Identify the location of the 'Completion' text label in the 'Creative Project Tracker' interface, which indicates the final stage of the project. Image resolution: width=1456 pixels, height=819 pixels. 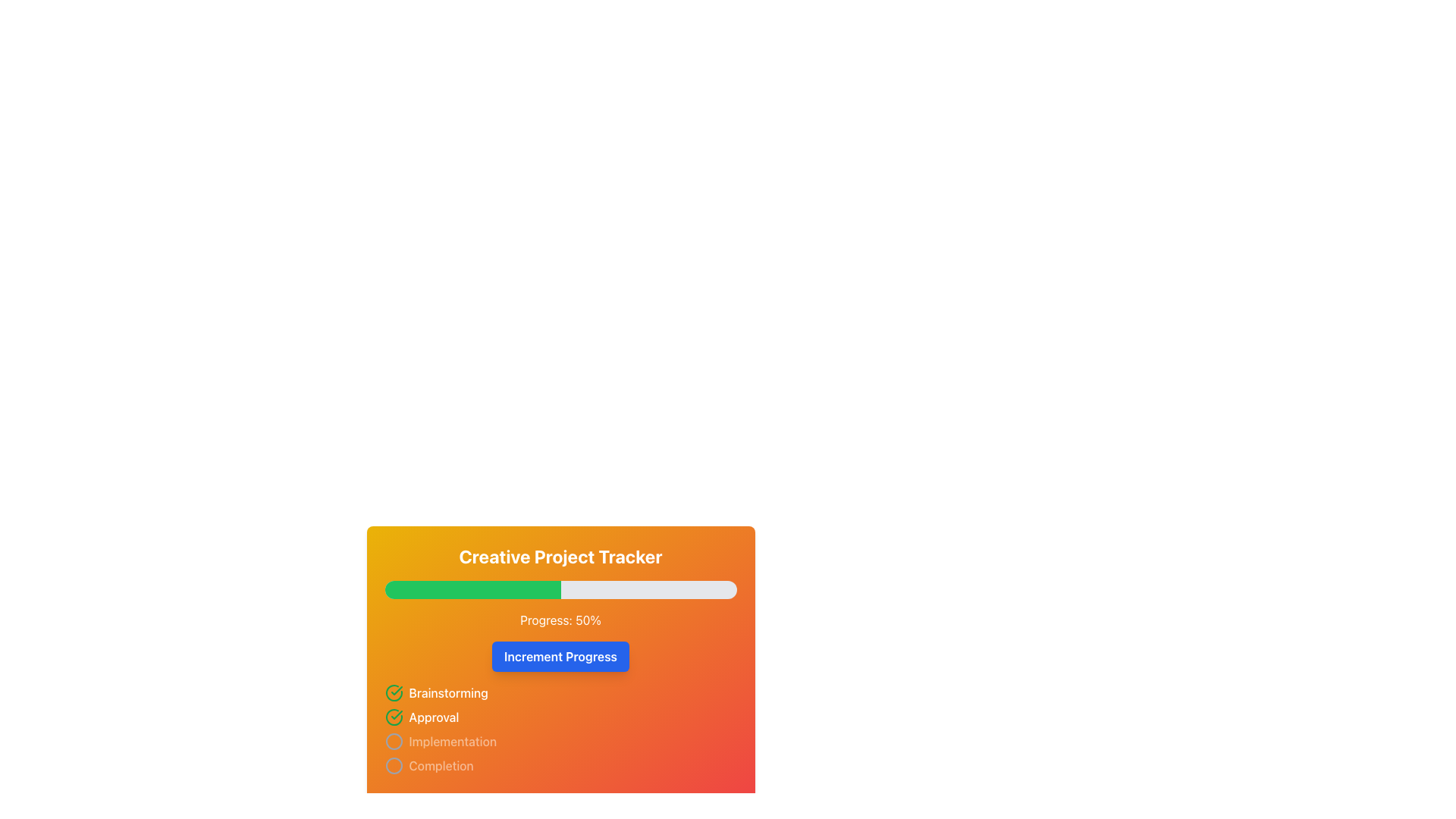
(441, 766).